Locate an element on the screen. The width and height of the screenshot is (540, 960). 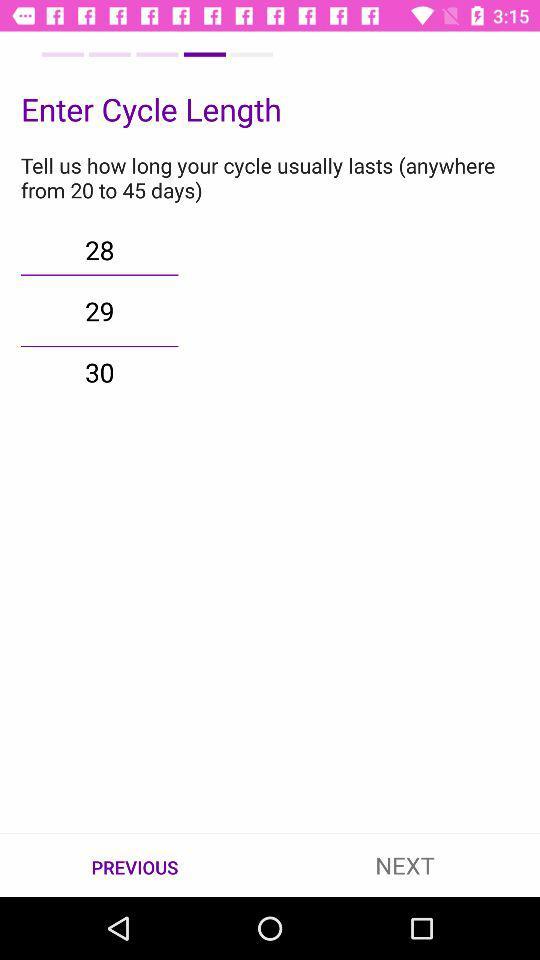
the icon to the right of the previous icon is located at coordinates (405, 864).